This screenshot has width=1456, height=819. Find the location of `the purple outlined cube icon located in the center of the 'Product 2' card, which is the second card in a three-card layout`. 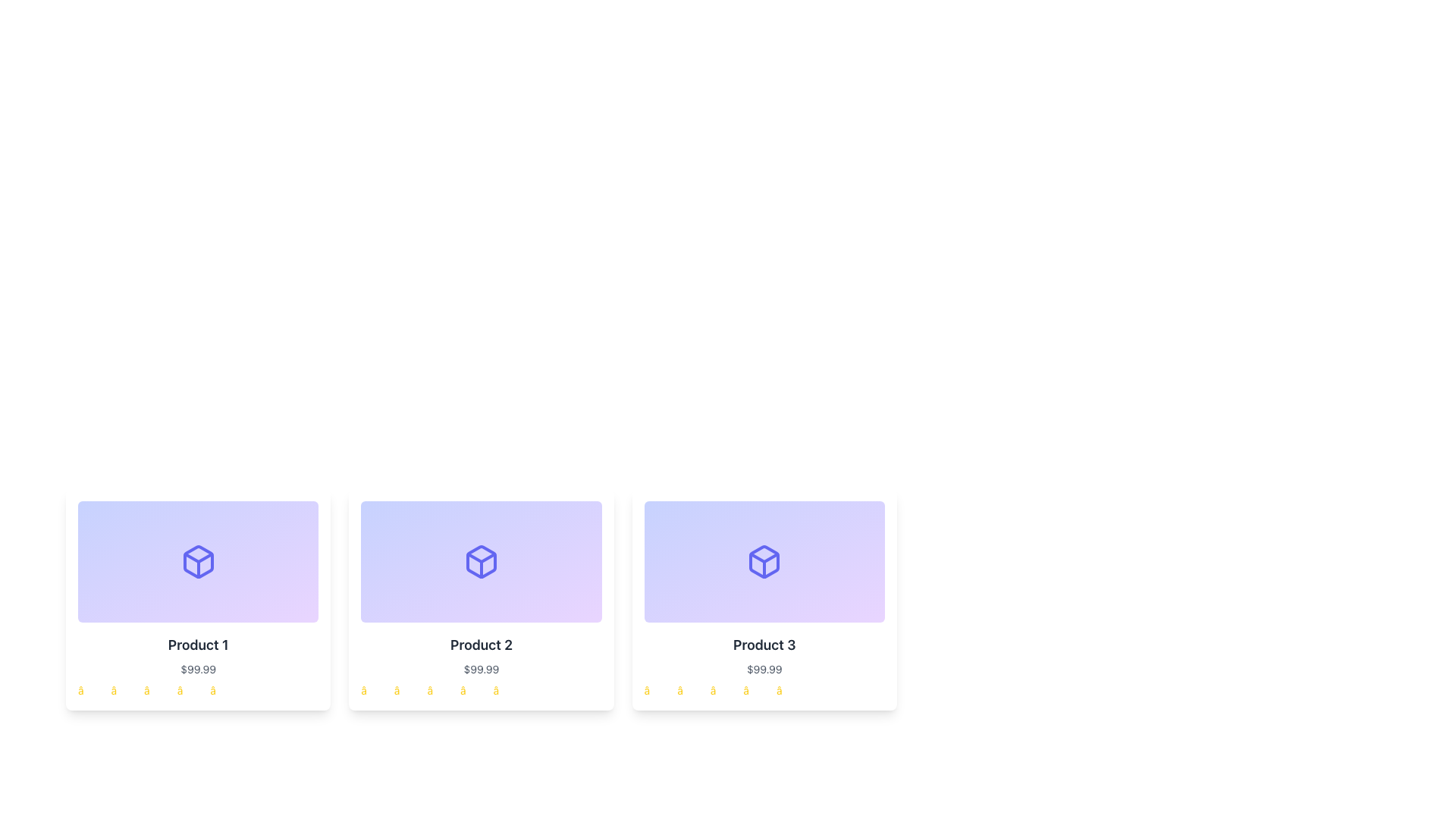

the purple outlined cube icon located in the center of the 'Product 2' card, which is the second card in a three-card layout is located at coordinates (480, 561).